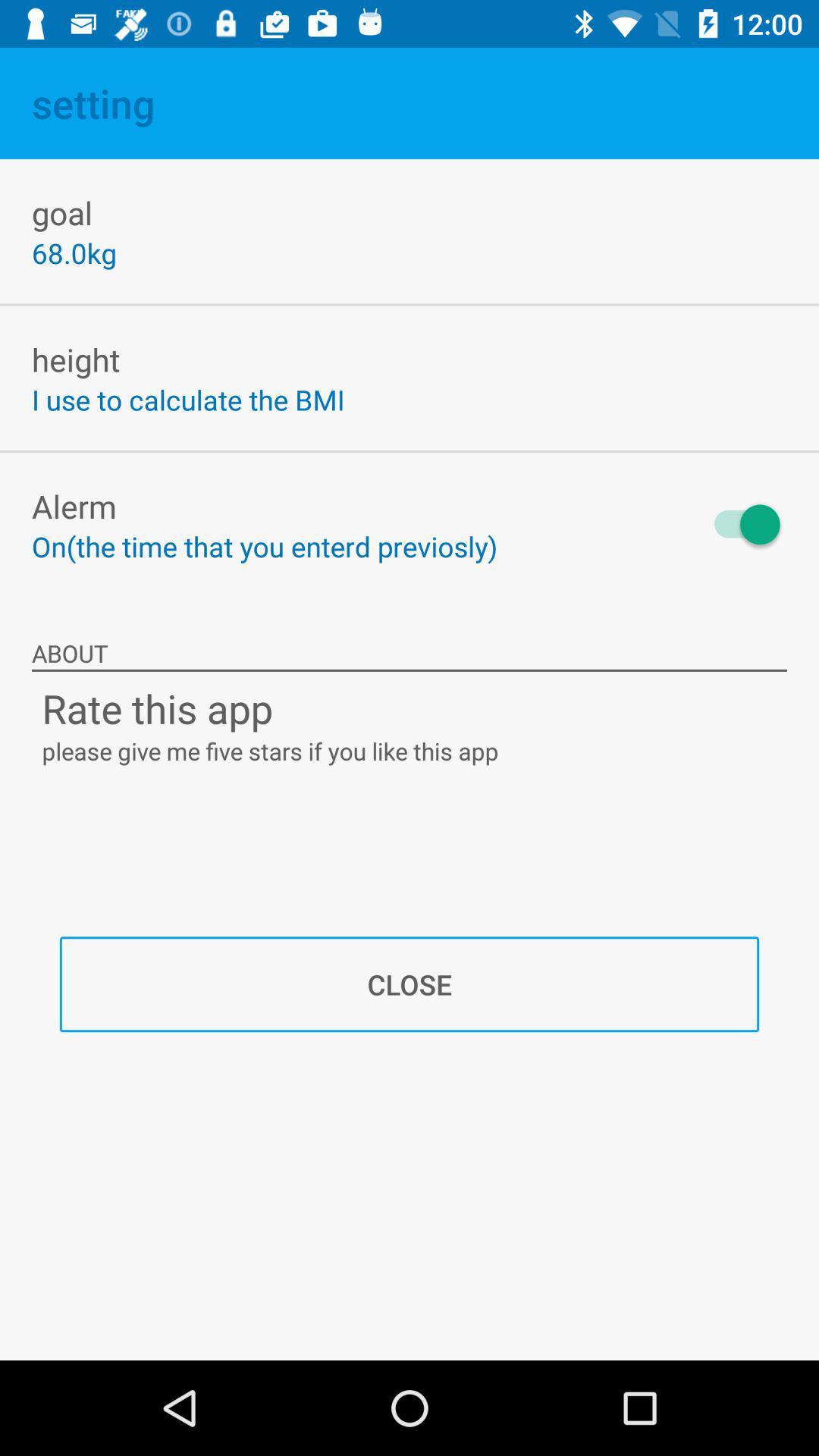 This screenshot has width=819, height=1456. What do you see at coordinates (409, 984) in the screenshot?
I see `the item below please give me` at bounding box center [409, 984].